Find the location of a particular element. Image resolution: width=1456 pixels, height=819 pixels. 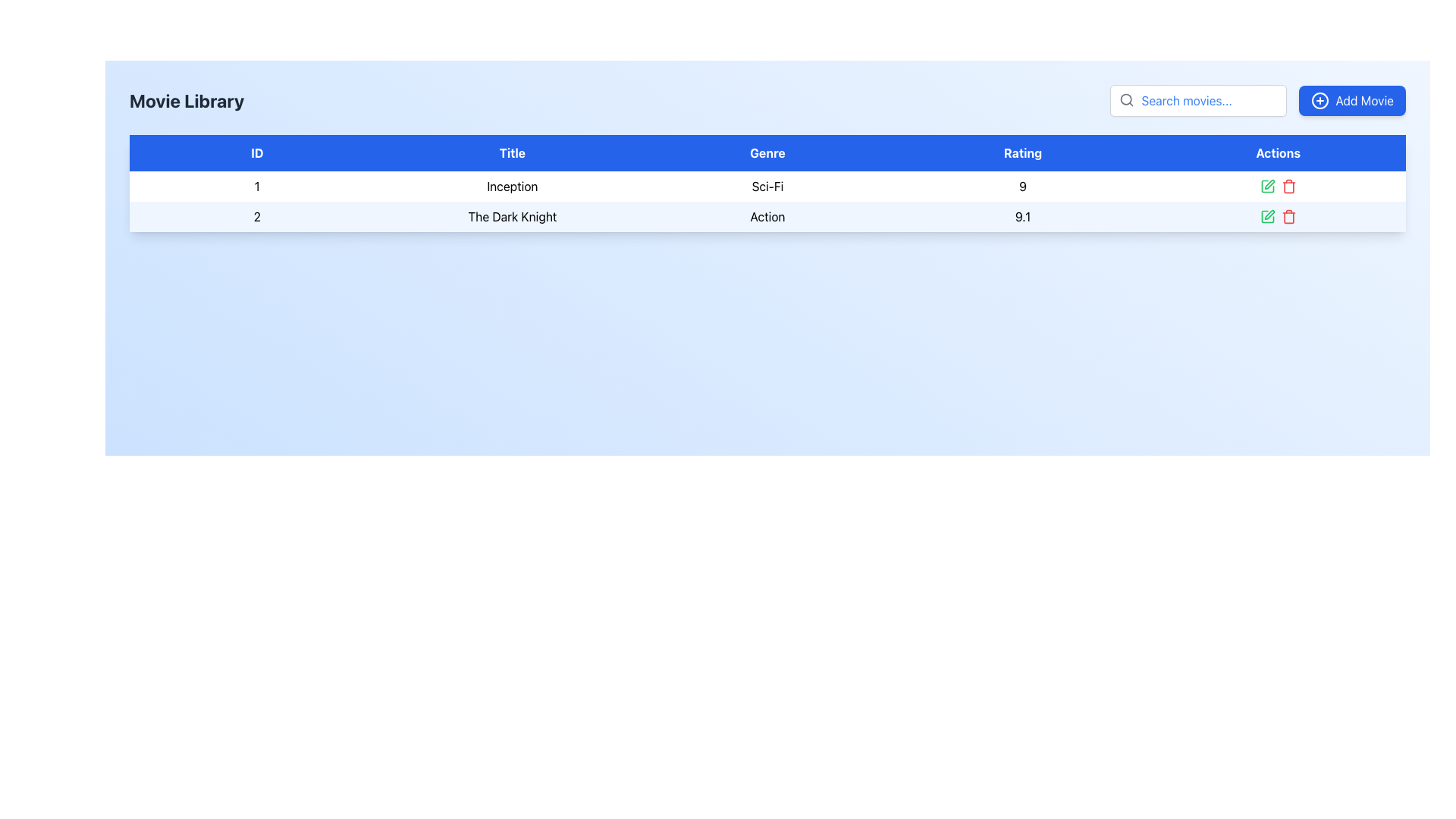

the edit button icon located in the 'Actions' column of the second table row to initiate editing is located at coordinates (1269, 184).